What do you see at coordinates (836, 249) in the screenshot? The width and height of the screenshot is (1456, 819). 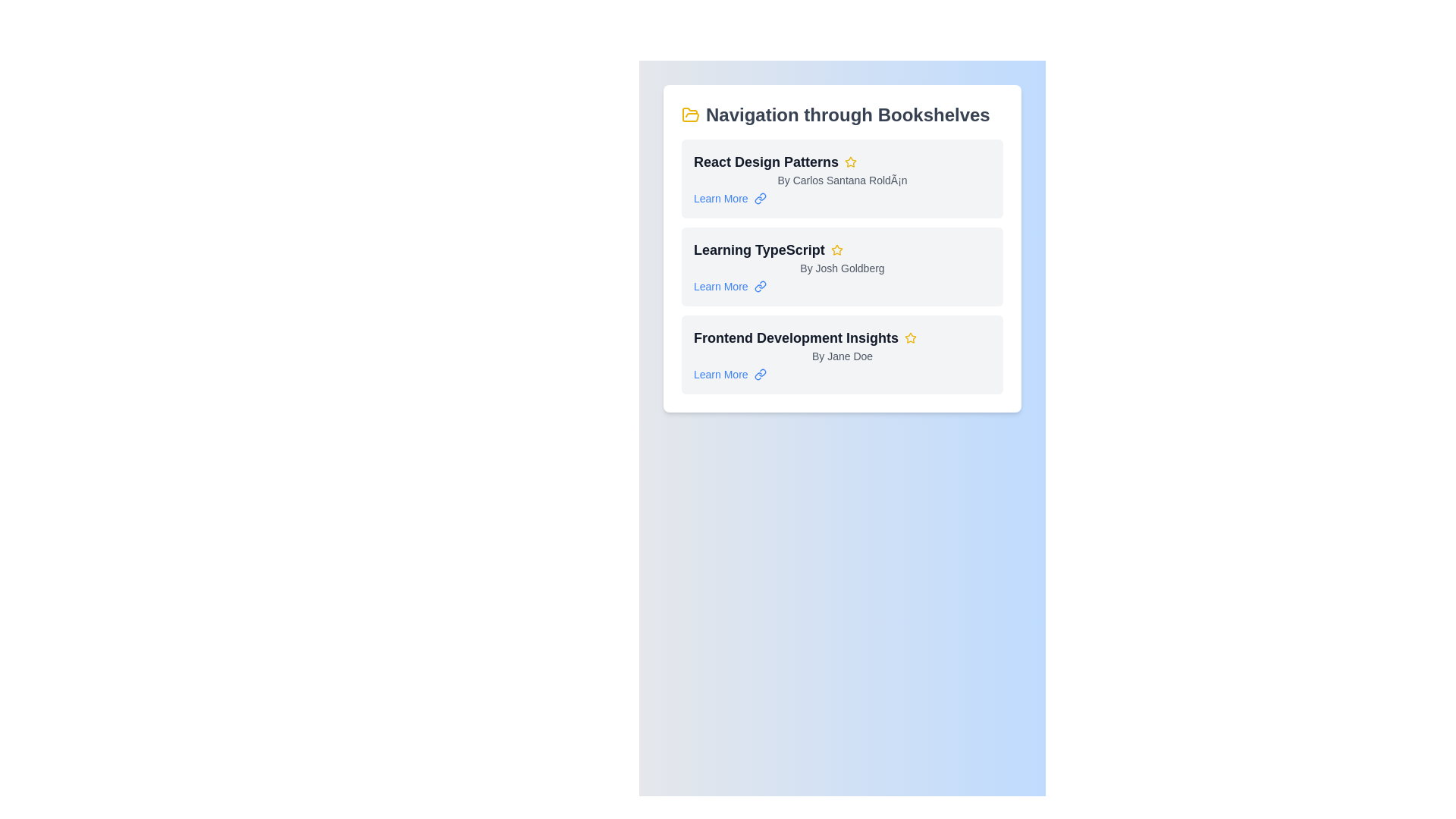 I see `the star icon located to the right of the 'Learning TypeScript' text in the second card of the 'Navigation through Bookshelves' section` at bounding box center [836, 249].